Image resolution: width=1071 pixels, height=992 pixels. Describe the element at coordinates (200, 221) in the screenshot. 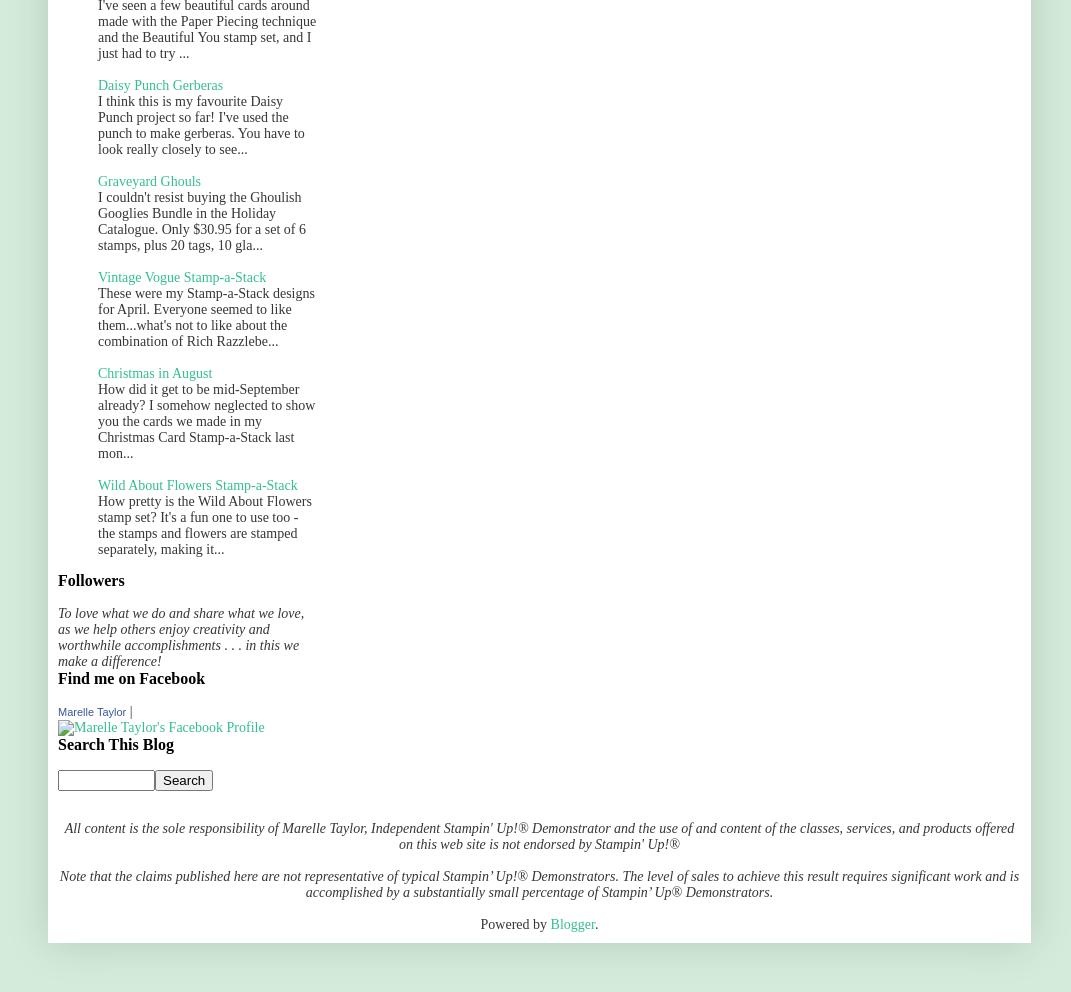

I see `'I couldn't resist buying the  Ghoulish Googlies Bundle in the Holiday Catalogue. Only $30.95 for a set of 6 stamps, plus 20 tags, 10 gla...'` at that location.